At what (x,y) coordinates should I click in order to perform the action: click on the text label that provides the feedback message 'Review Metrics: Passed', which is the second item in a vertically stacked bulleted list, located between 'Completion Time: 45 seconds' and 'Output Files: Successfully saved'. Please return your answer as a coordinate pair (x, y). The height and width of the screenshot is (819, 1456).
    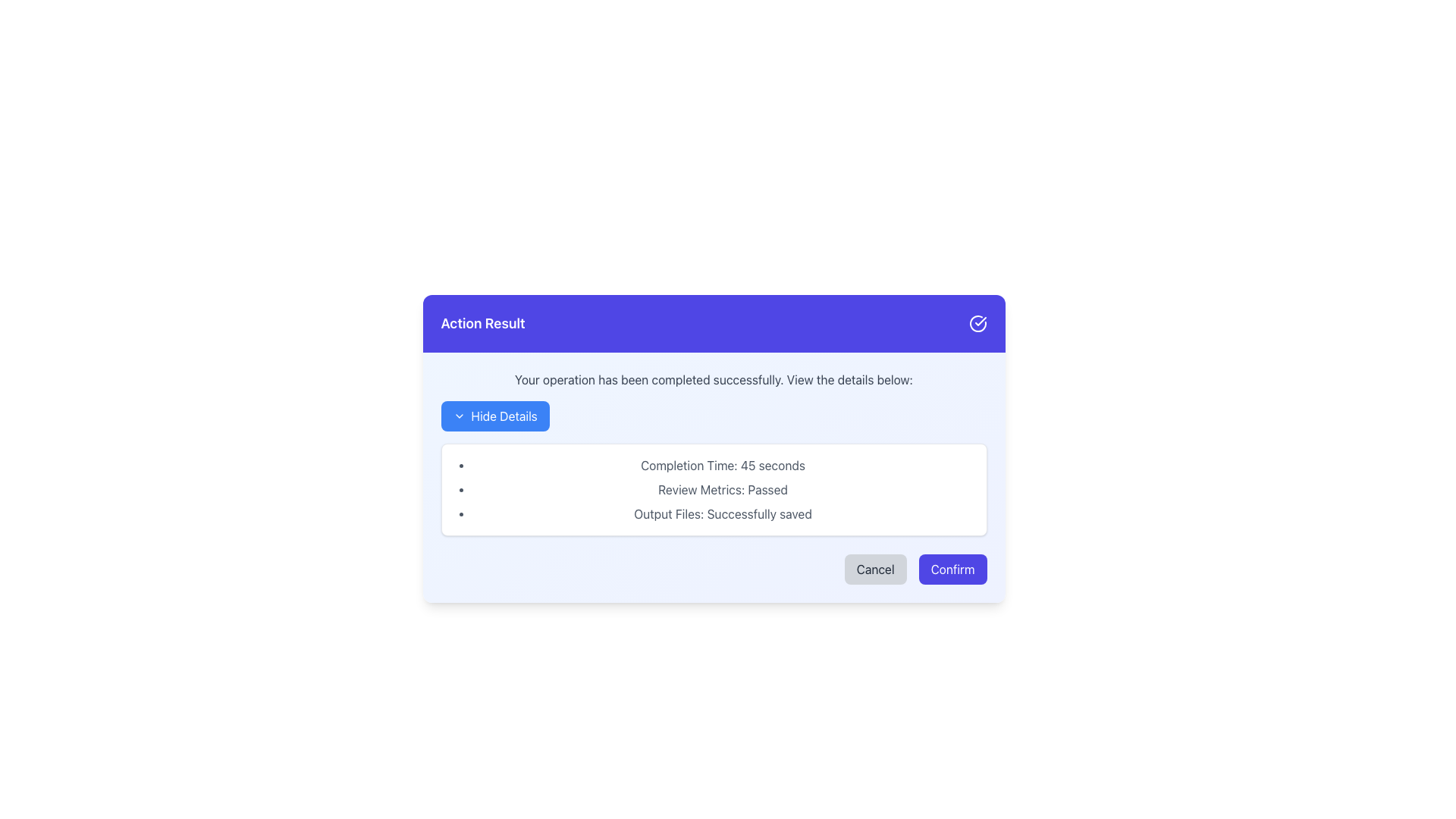
    Looking at the image, I should click on (722, 489).